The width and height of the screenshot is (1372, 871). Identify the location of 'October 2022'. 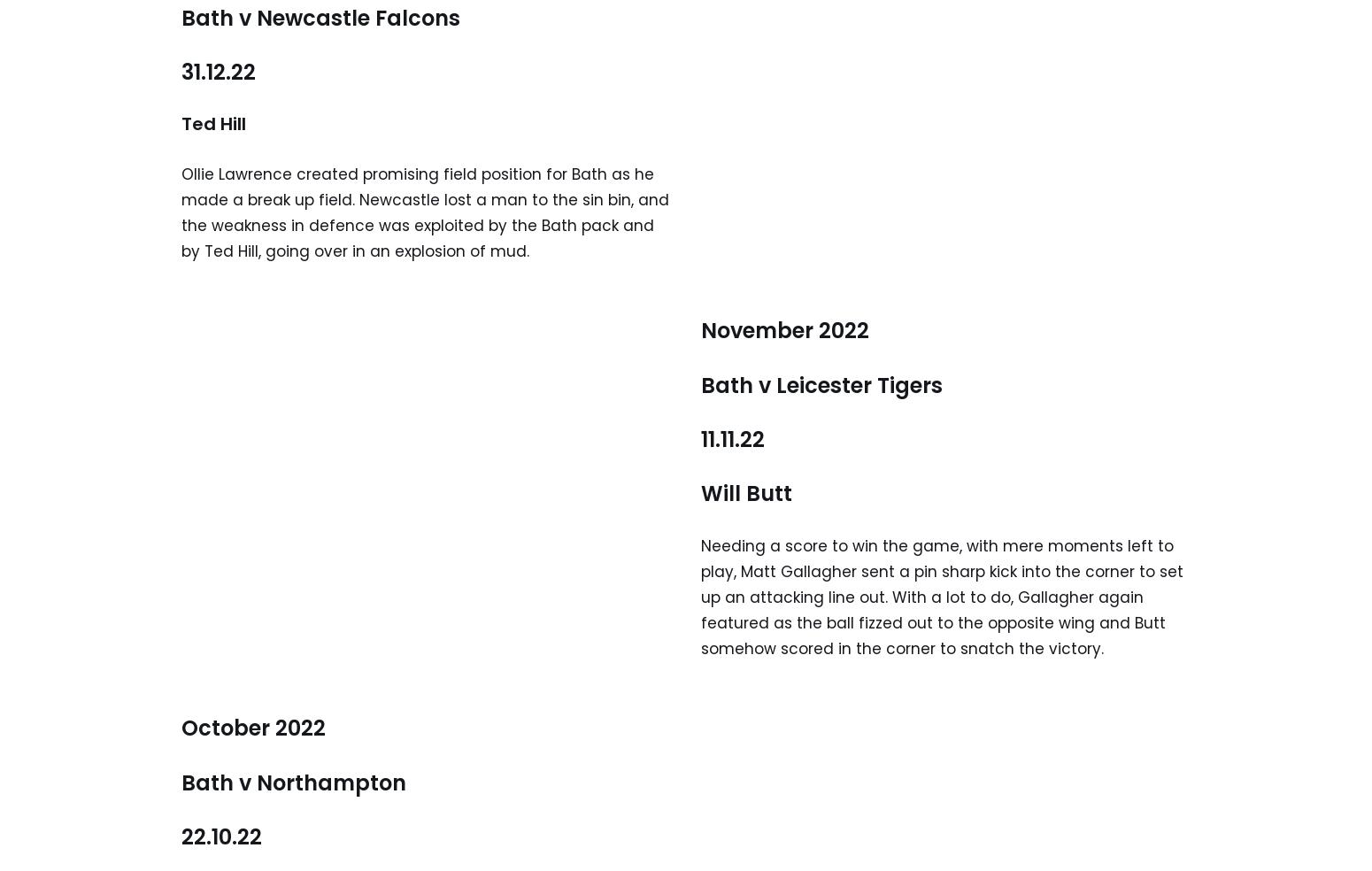
(181, 727).